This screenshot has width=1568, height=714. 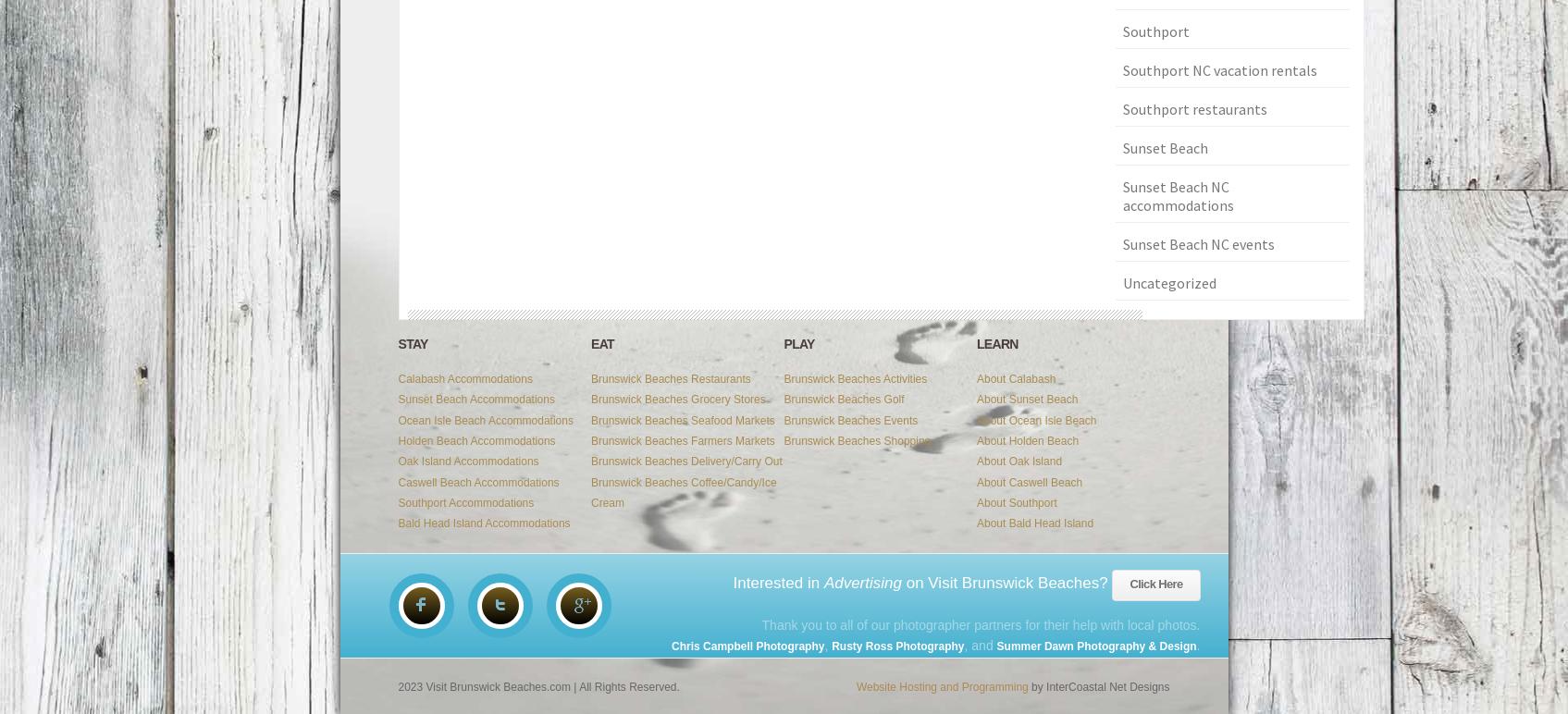 I want to click on 'Rusty Ross Photography', so click(x=897, y=645).